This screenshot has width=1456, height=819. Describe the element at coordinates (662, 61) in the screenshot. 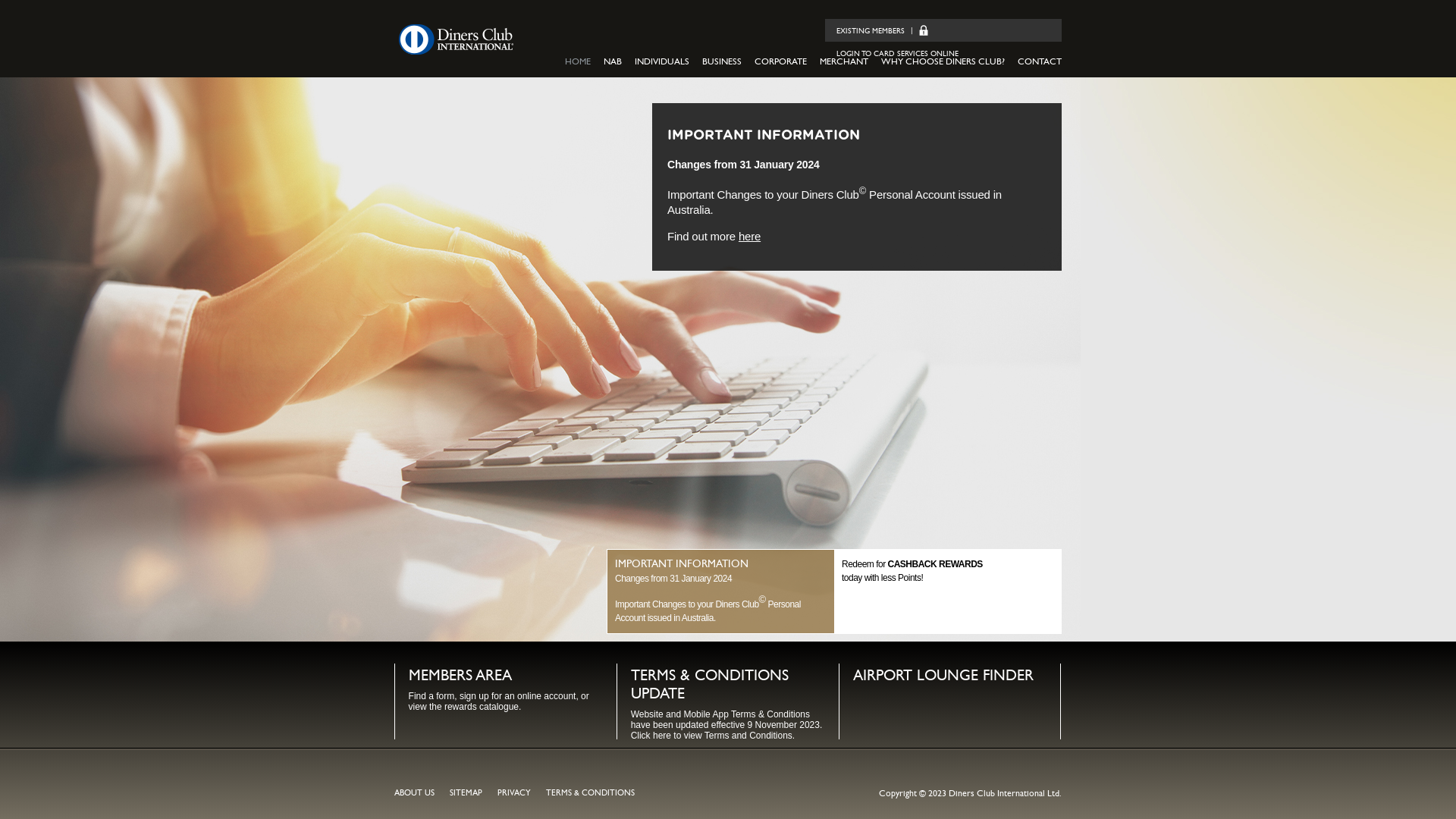

I see `'INDIVIDUALS'` at that location.